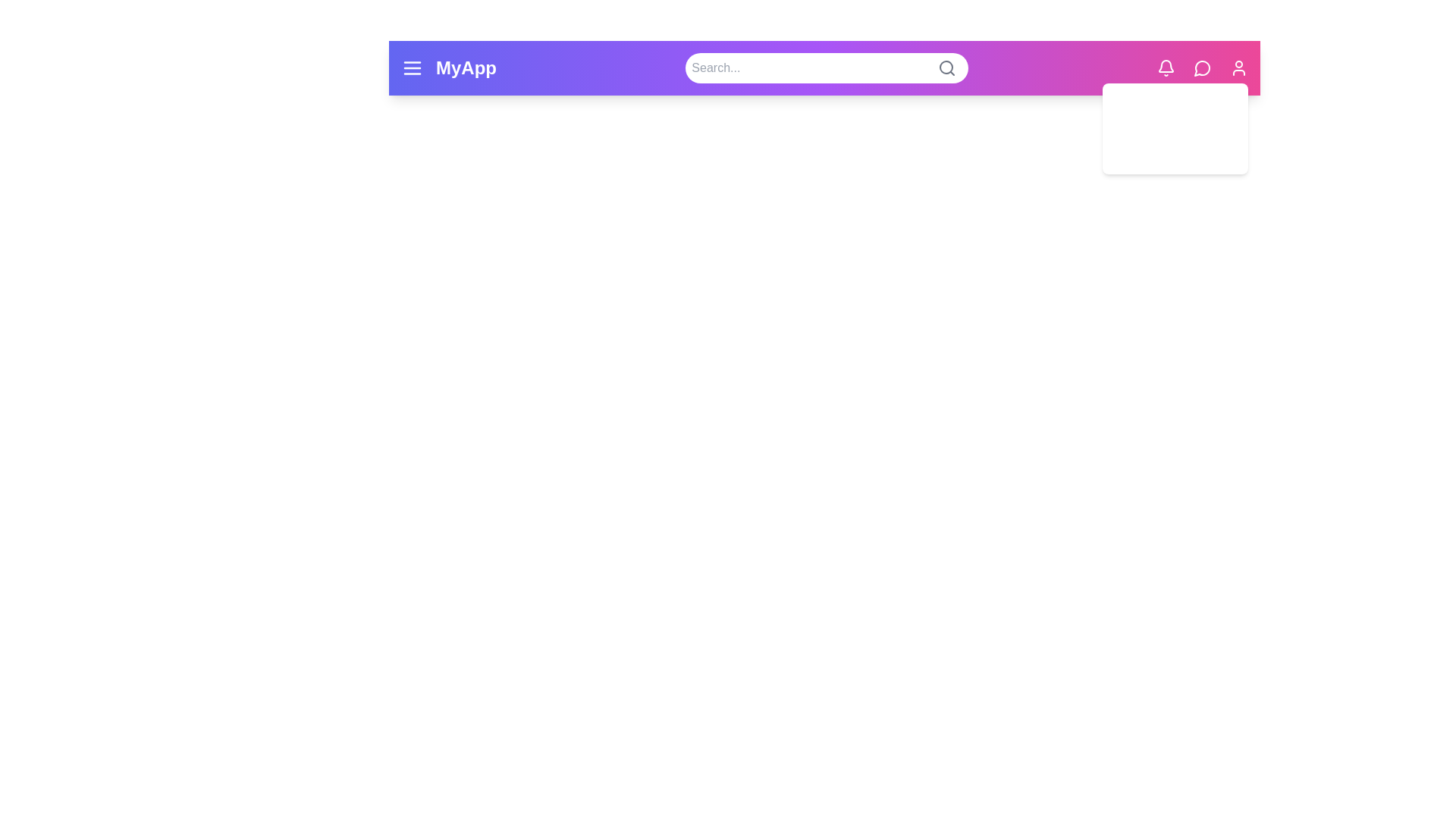  Describe the element at coordinates (412, 67) in the screenshot. I see `the menu icon to toggle the menu` at that location.